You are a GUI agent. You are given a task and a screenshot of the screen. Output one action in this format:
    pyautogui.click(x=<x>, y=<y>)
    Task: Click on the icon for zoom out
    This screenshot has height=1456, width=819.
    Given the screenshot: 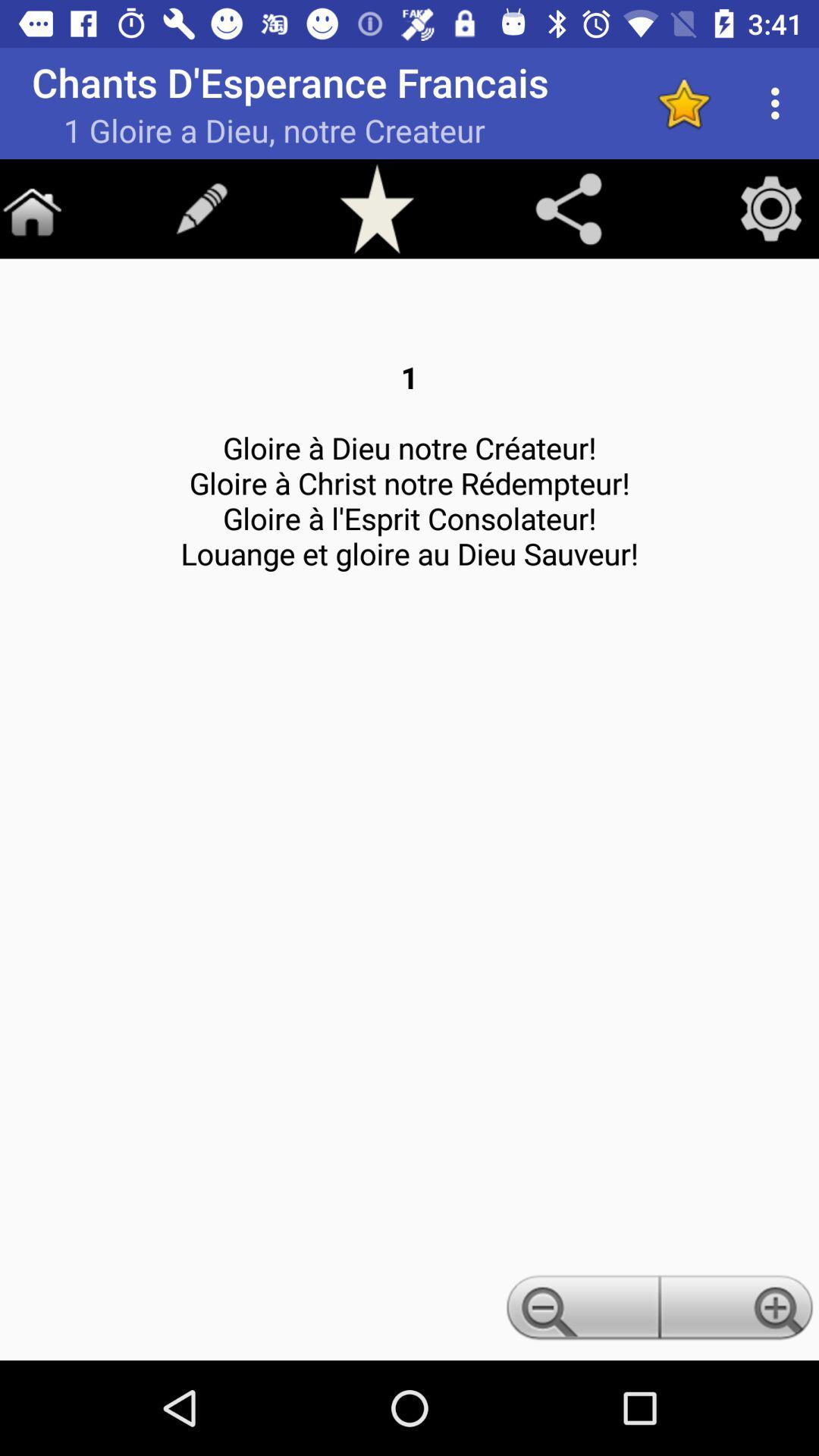 What is the action you would take?
    pyautogui.click(x=579, y=1311)
    